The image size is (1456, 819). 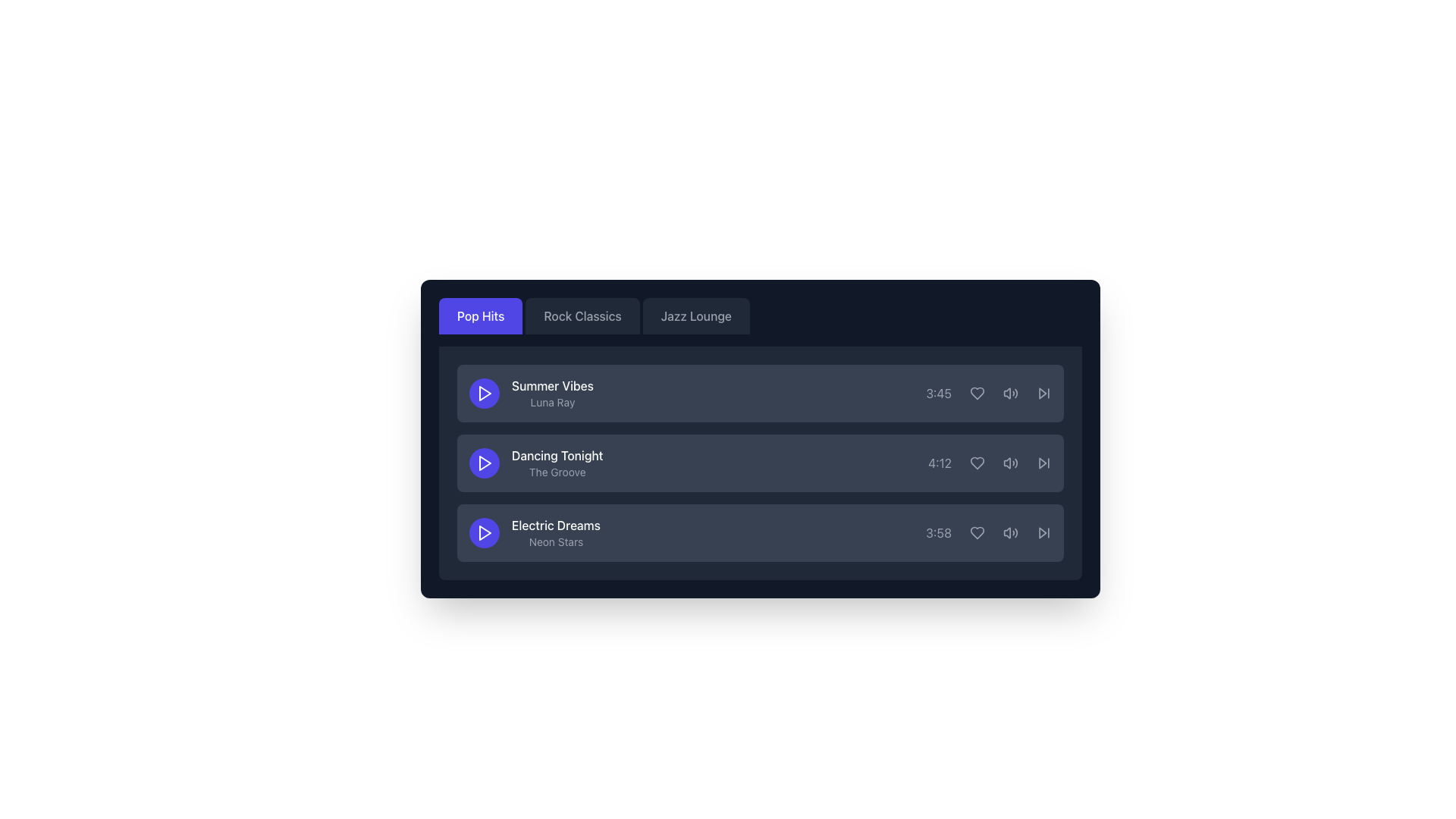 I want to click on the second item in the list of songs, so click(x=761, y=462).